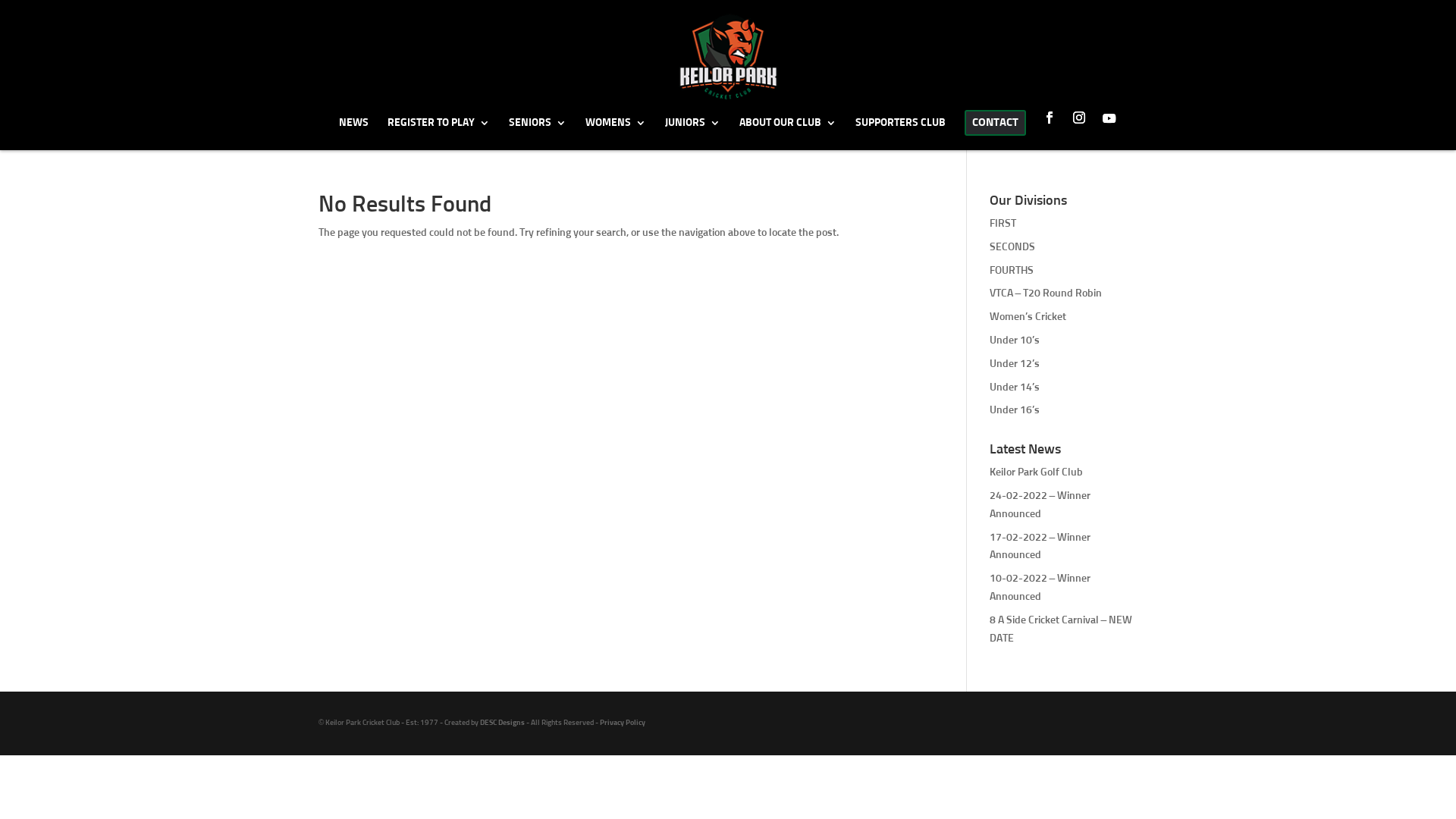 The image size is (1456, 819). I want to click on 'Privacy Policy', so click(622, 721).